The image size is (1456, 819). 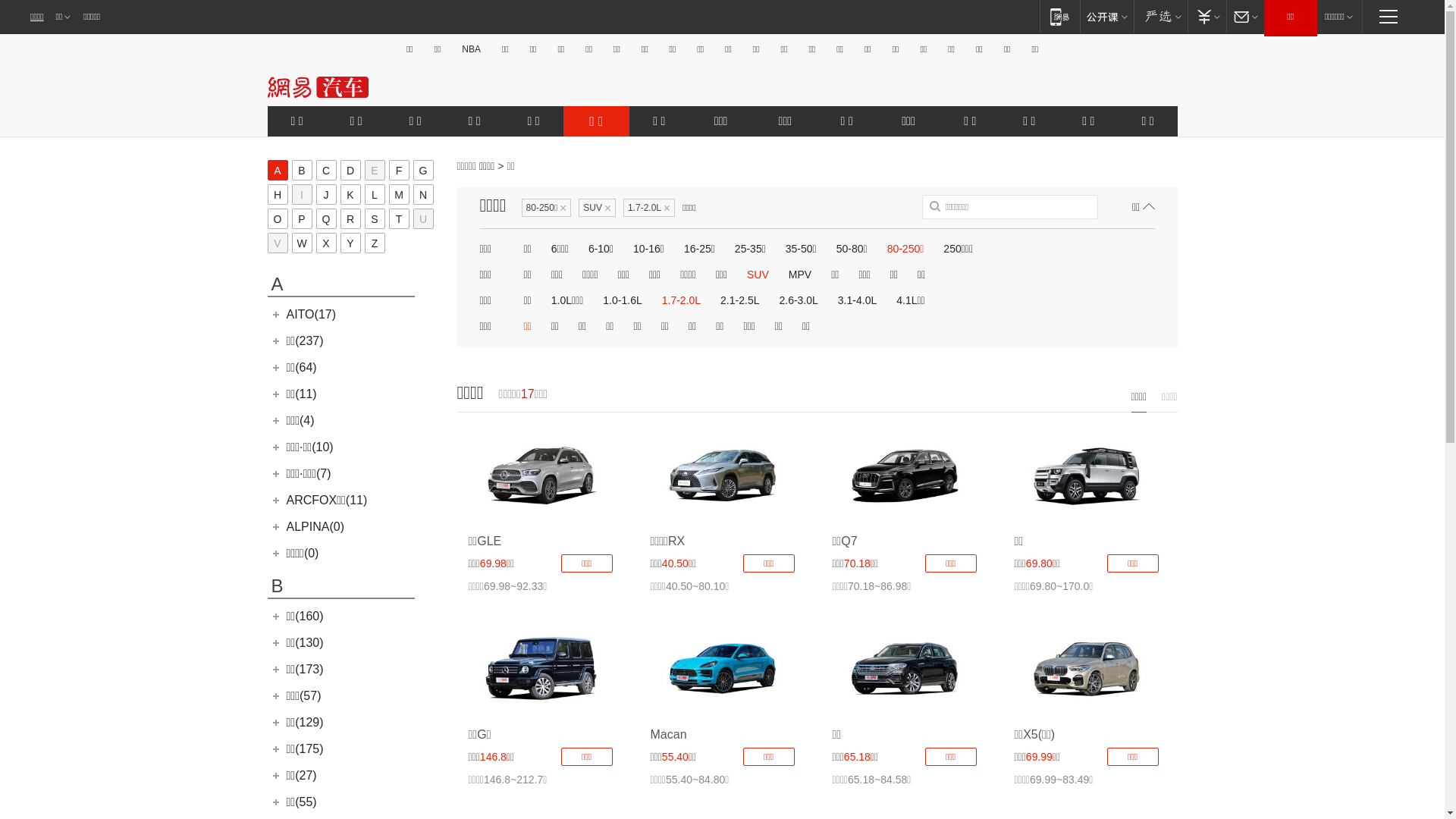 I want to click on 'V', so click(x=277, y=242).